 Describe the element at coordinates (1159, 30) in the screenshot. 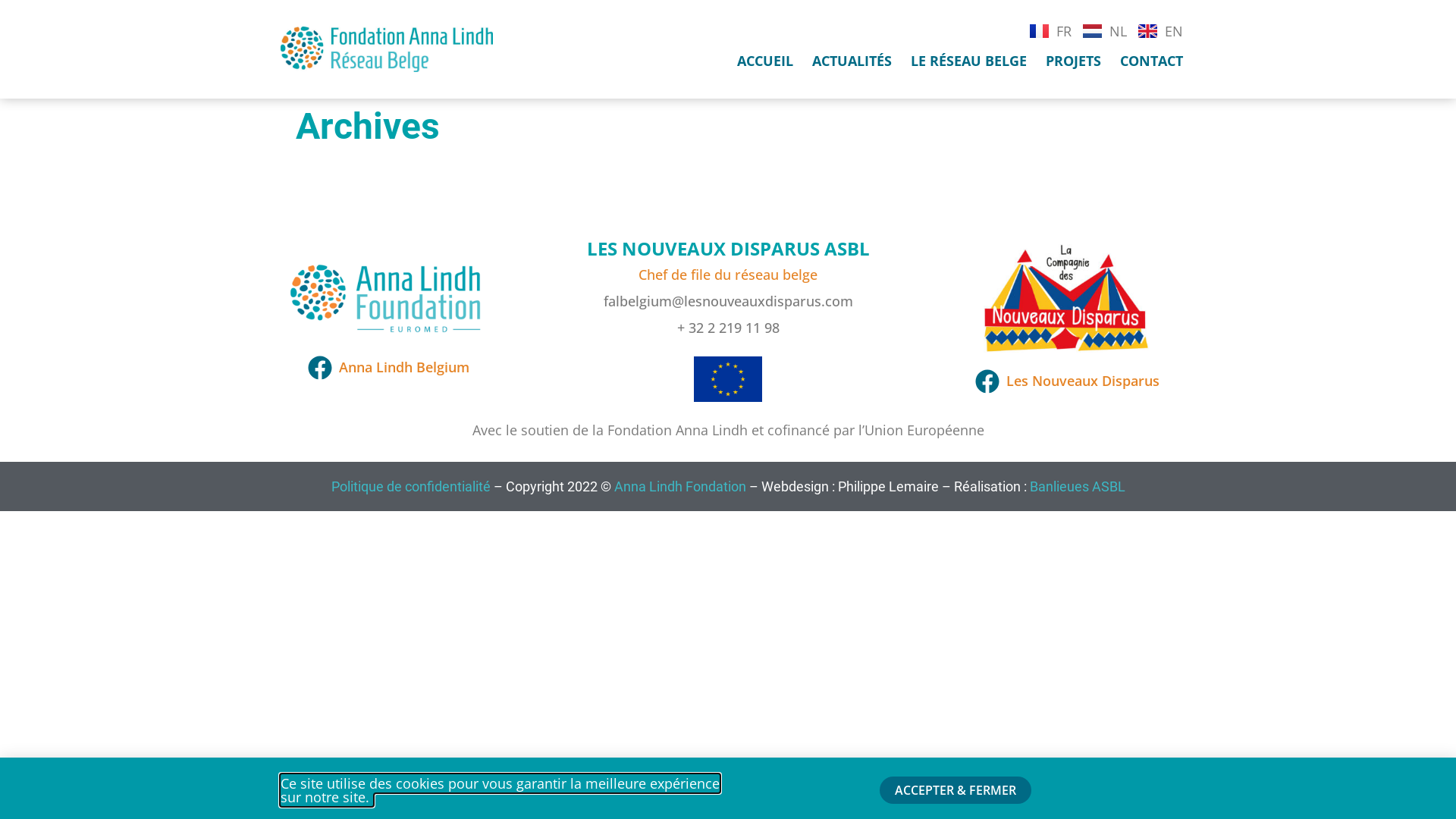

I see `'EN'` at that location.